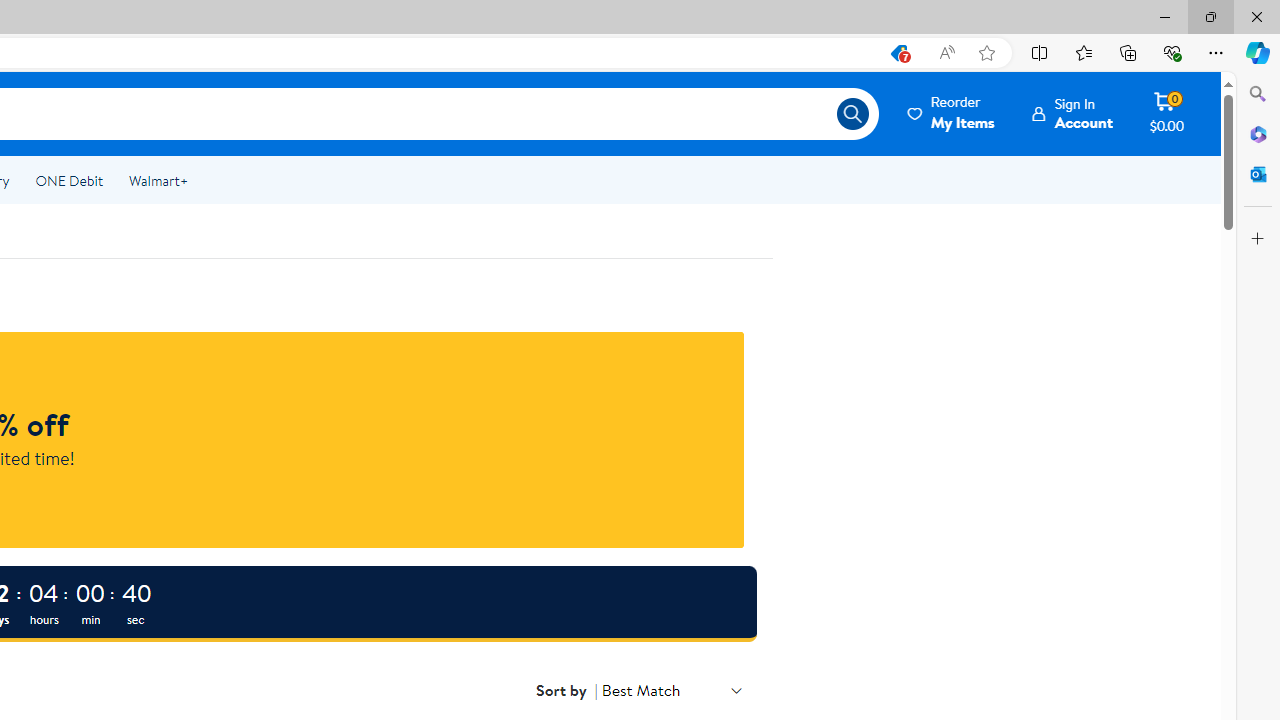  What do you see at coordinates (1072, 113) in the screenshot?
I see `'Sign InAccount'` at bounding box center [1072, 113].